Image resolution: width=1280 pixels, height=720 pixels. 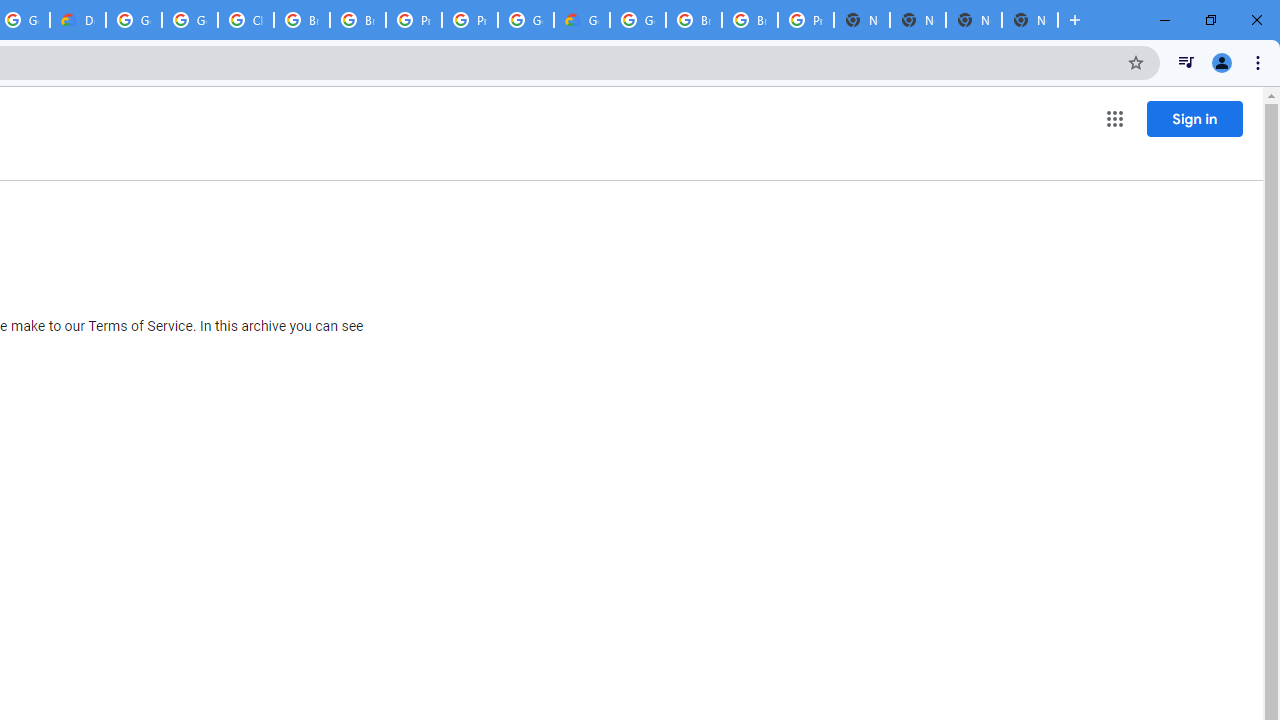 I want to click on 'Google Cloud Platform', so click(x=637, y=20).